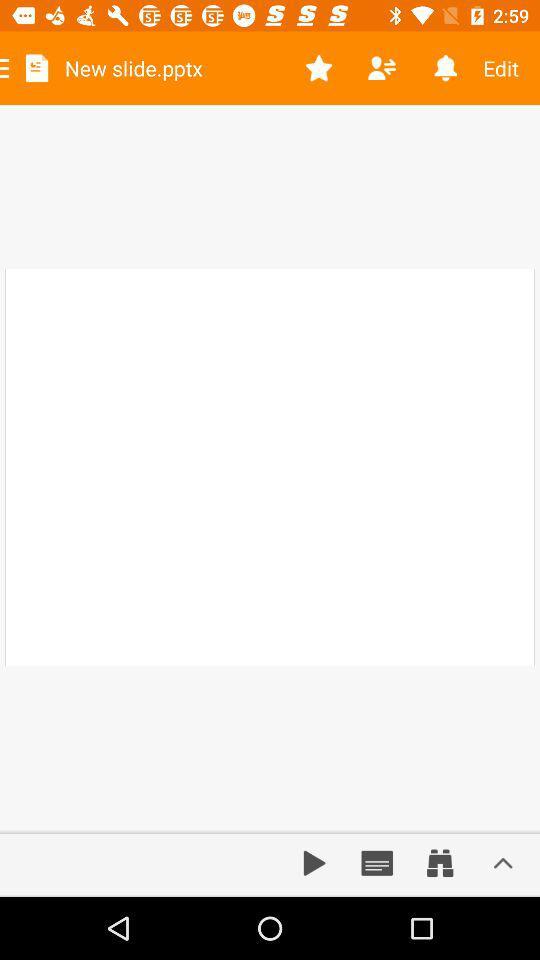 This screenshot has width=540, height=960. I want to click on more options, so click(502, 862).